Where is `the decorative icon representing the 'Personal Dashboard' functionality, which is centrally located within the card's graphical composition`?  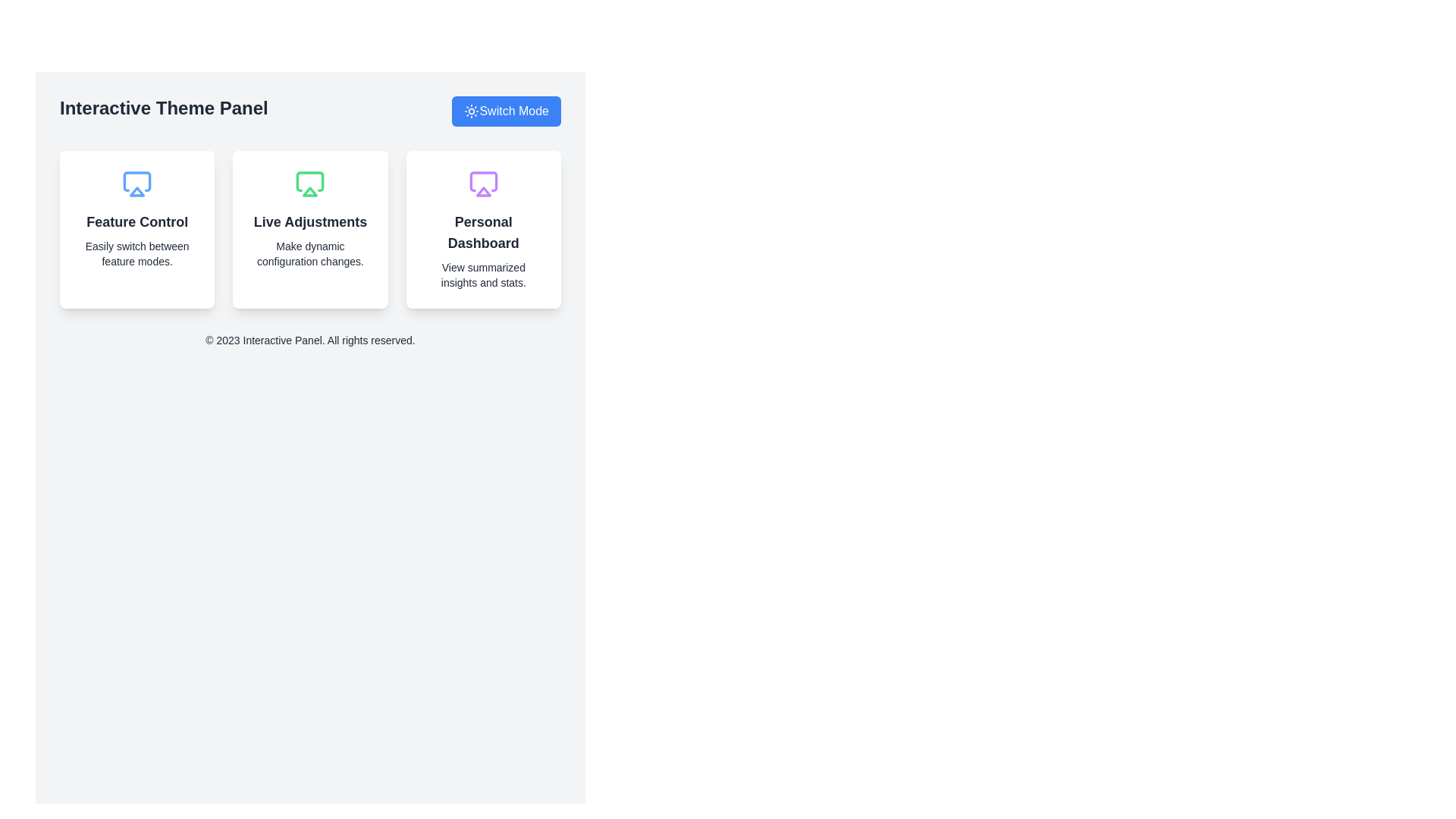
the decorative icon representing the 'Personal Dashboard' functionality, which is centrally located within the card's graphical composition is located at coordinates (482, 191).